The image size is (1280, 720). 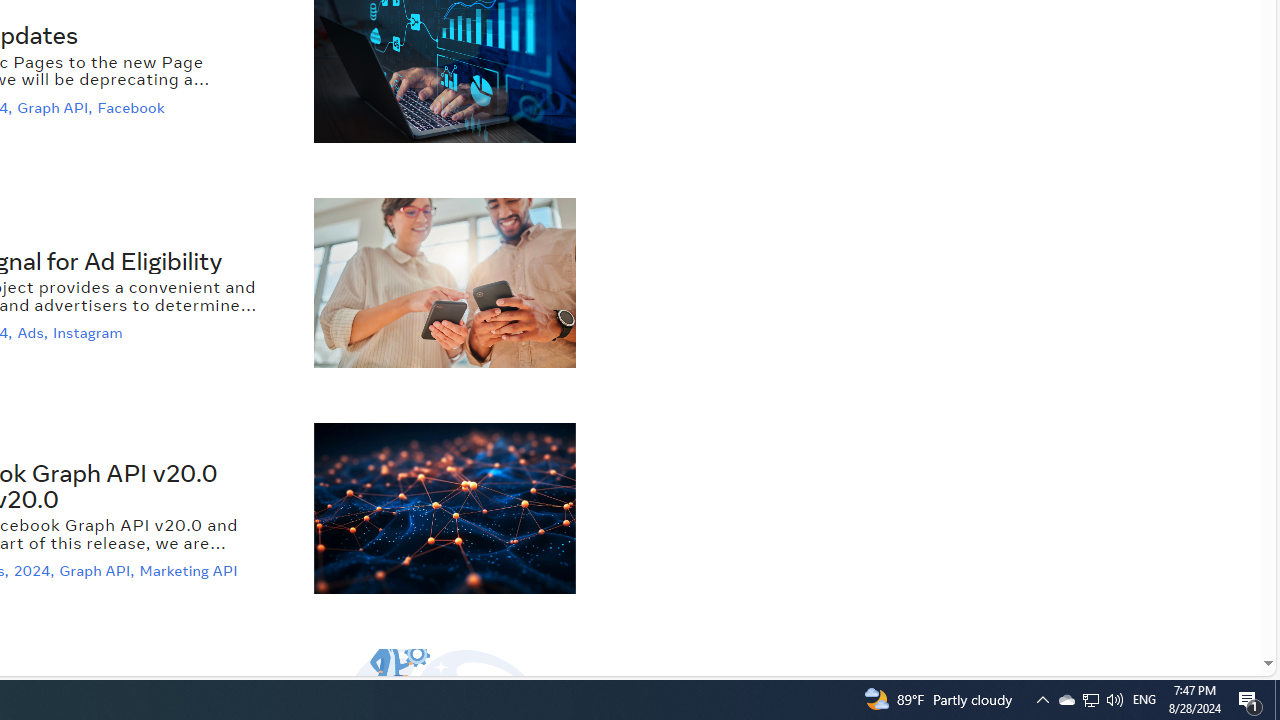 I want to click on 'Instagram', so click(x=89, y=332).